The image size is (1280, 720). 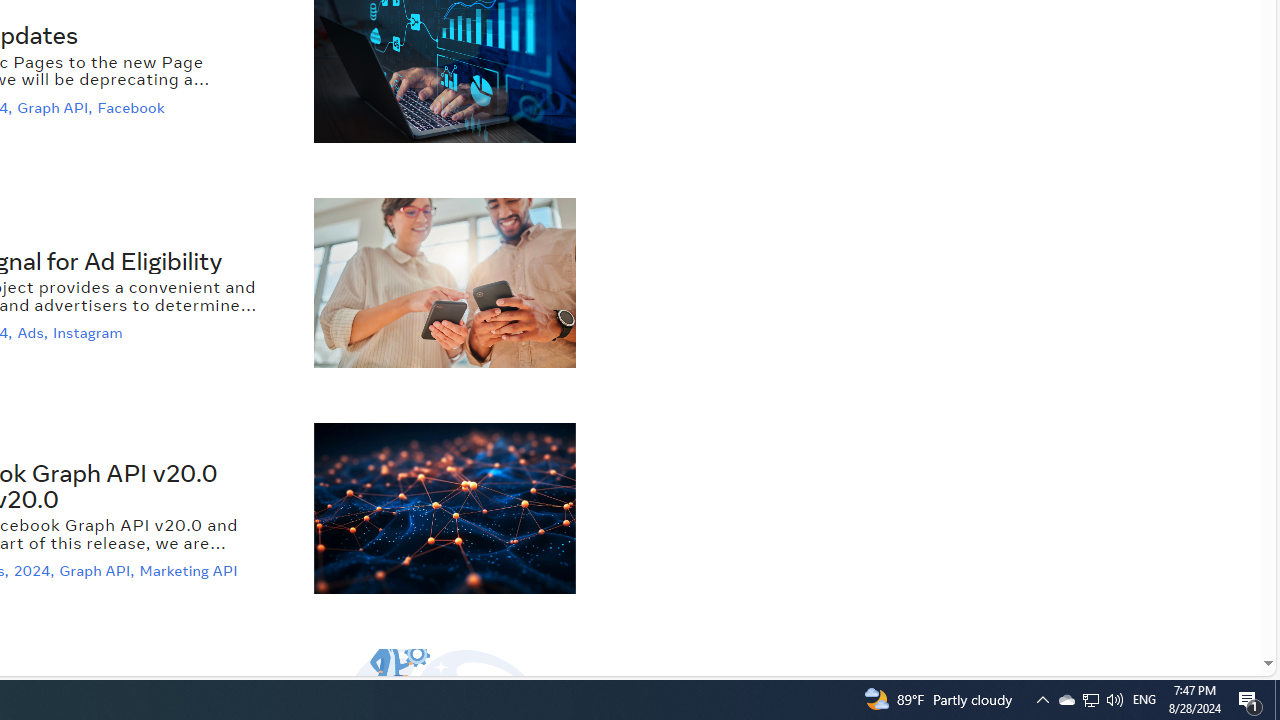 I want to click on 'Instagram', so click(x=89, y=332).